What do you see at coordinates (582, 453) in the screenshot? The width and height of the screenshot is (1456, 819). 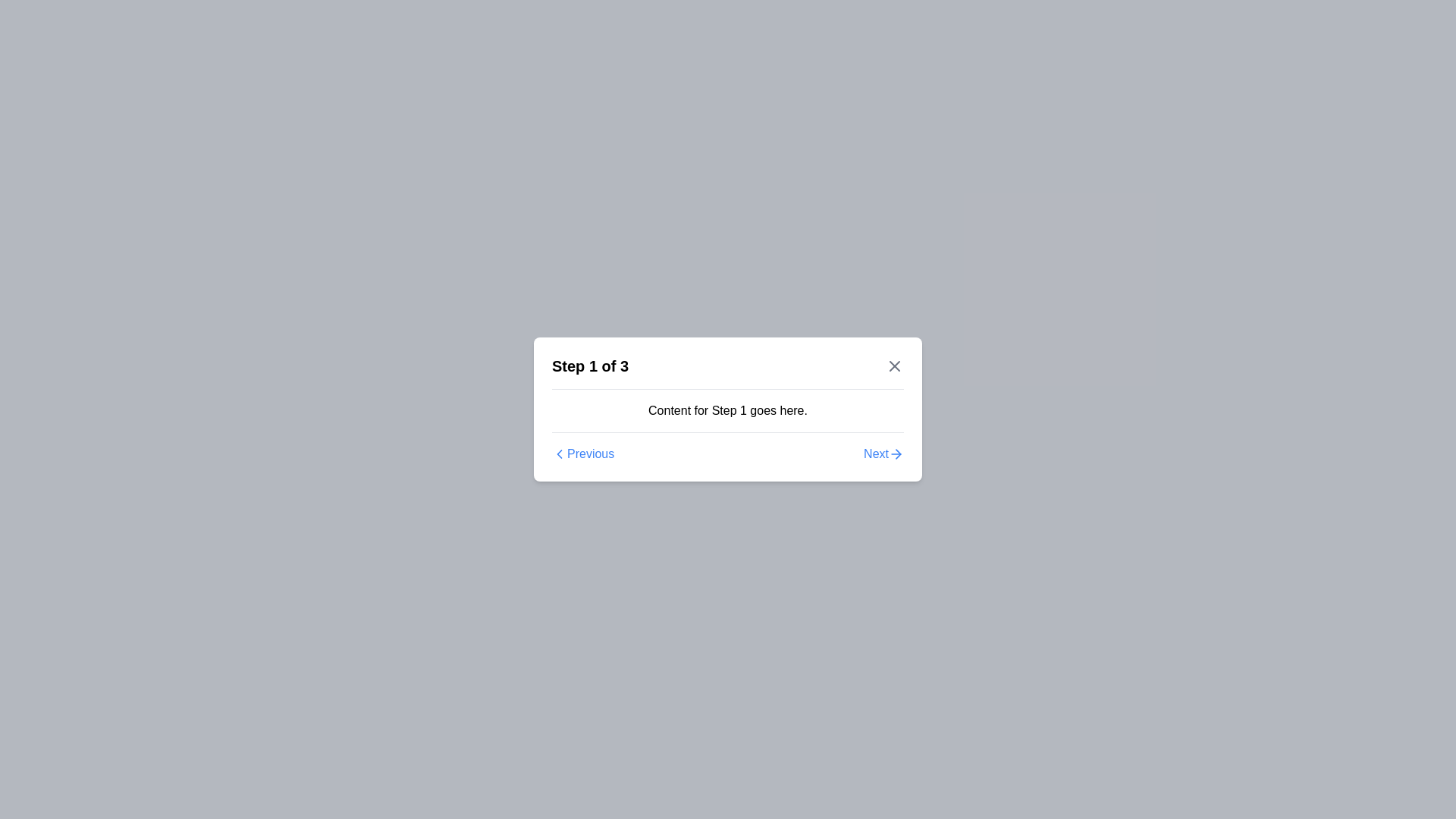 I see `the 'Previous' link button with a chevron icon` at bounding box center [582, 453].